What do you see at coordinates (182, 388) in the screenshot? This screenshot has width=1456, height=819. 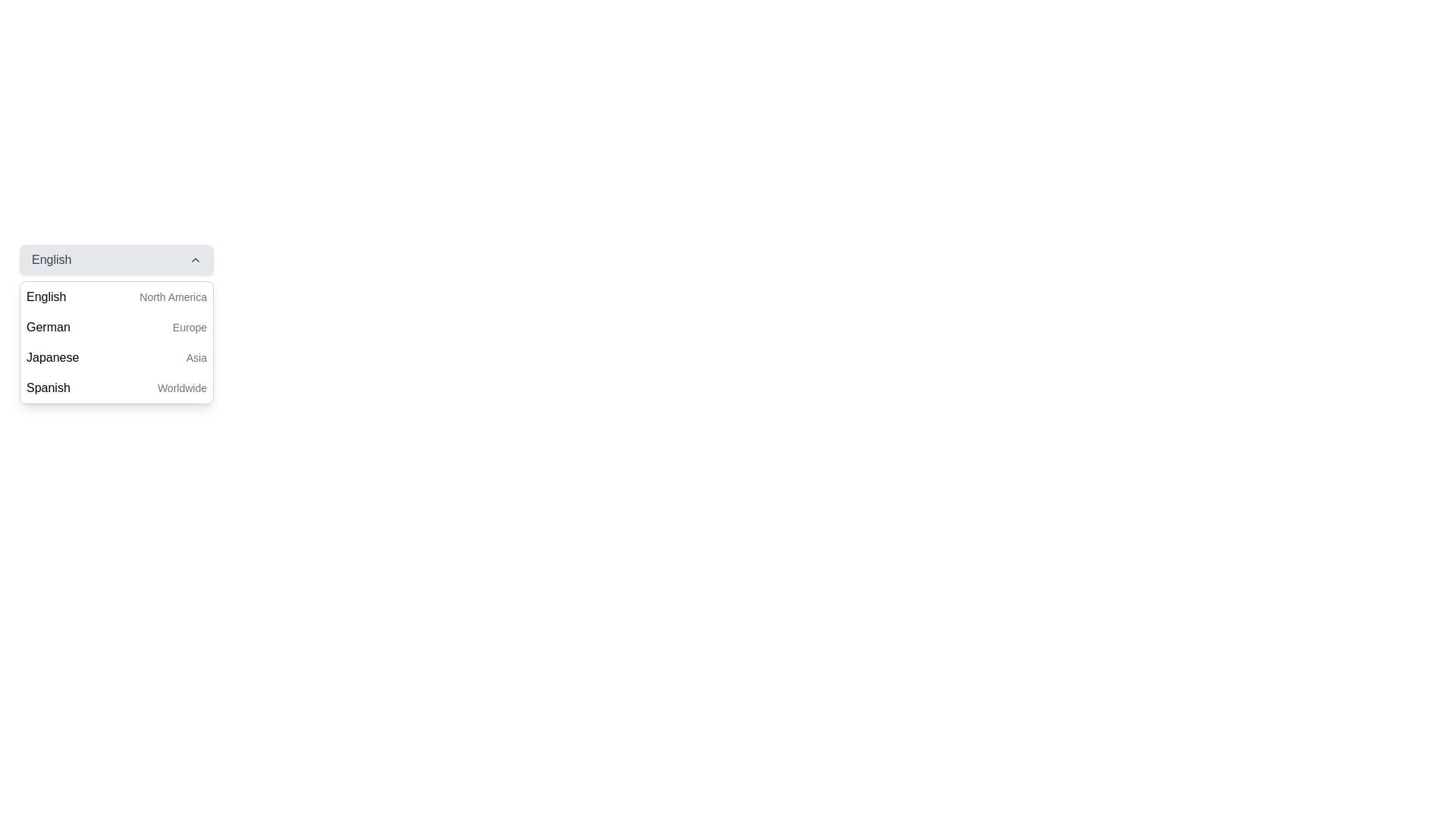 I see `the label text providing additional context for the 'Spanish' language option in the dropdown menu, located to the right of the 'Spanish' label` at bounding box center [182, 388].